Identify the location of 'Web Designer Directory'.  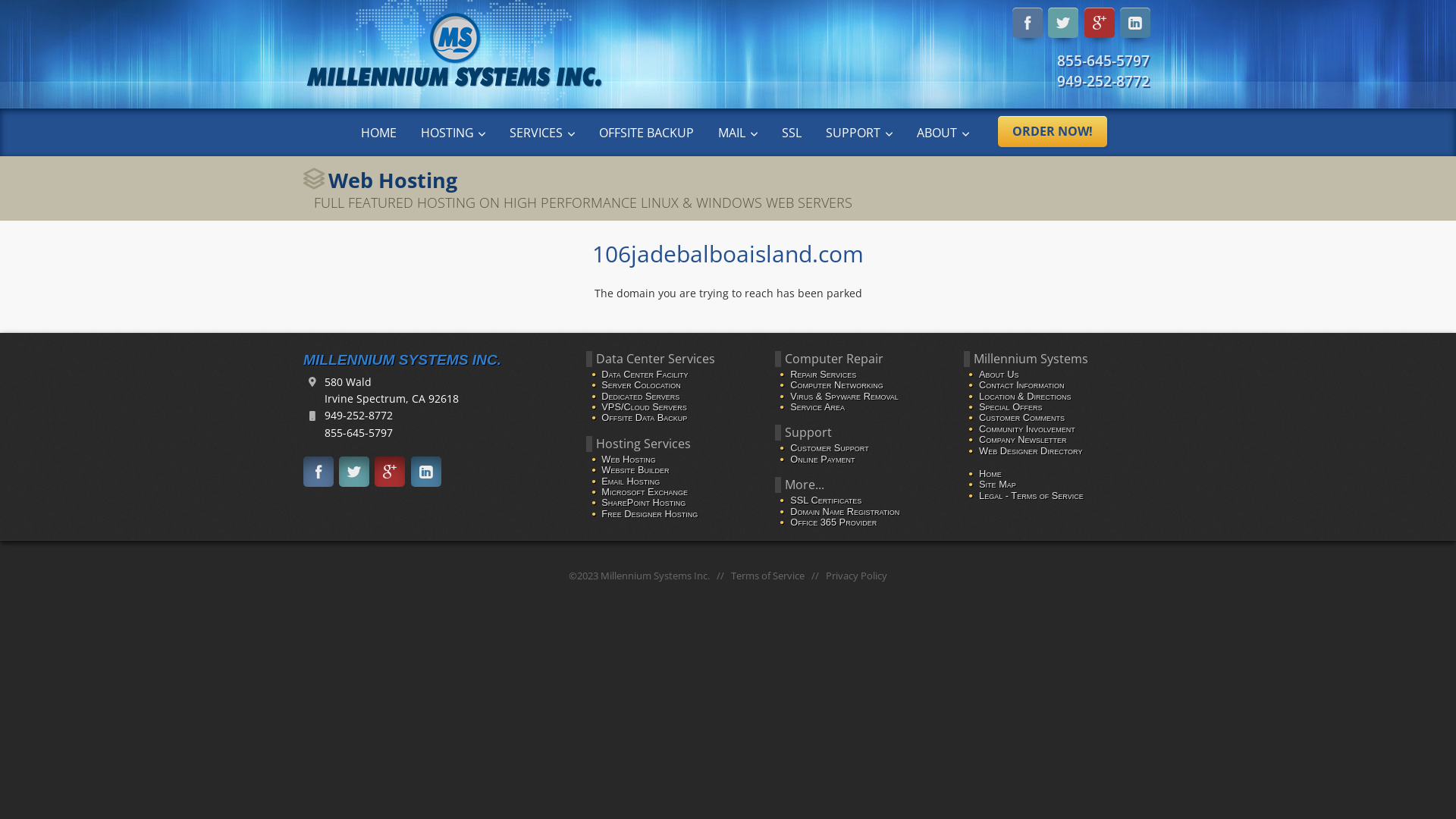
(979, 450).